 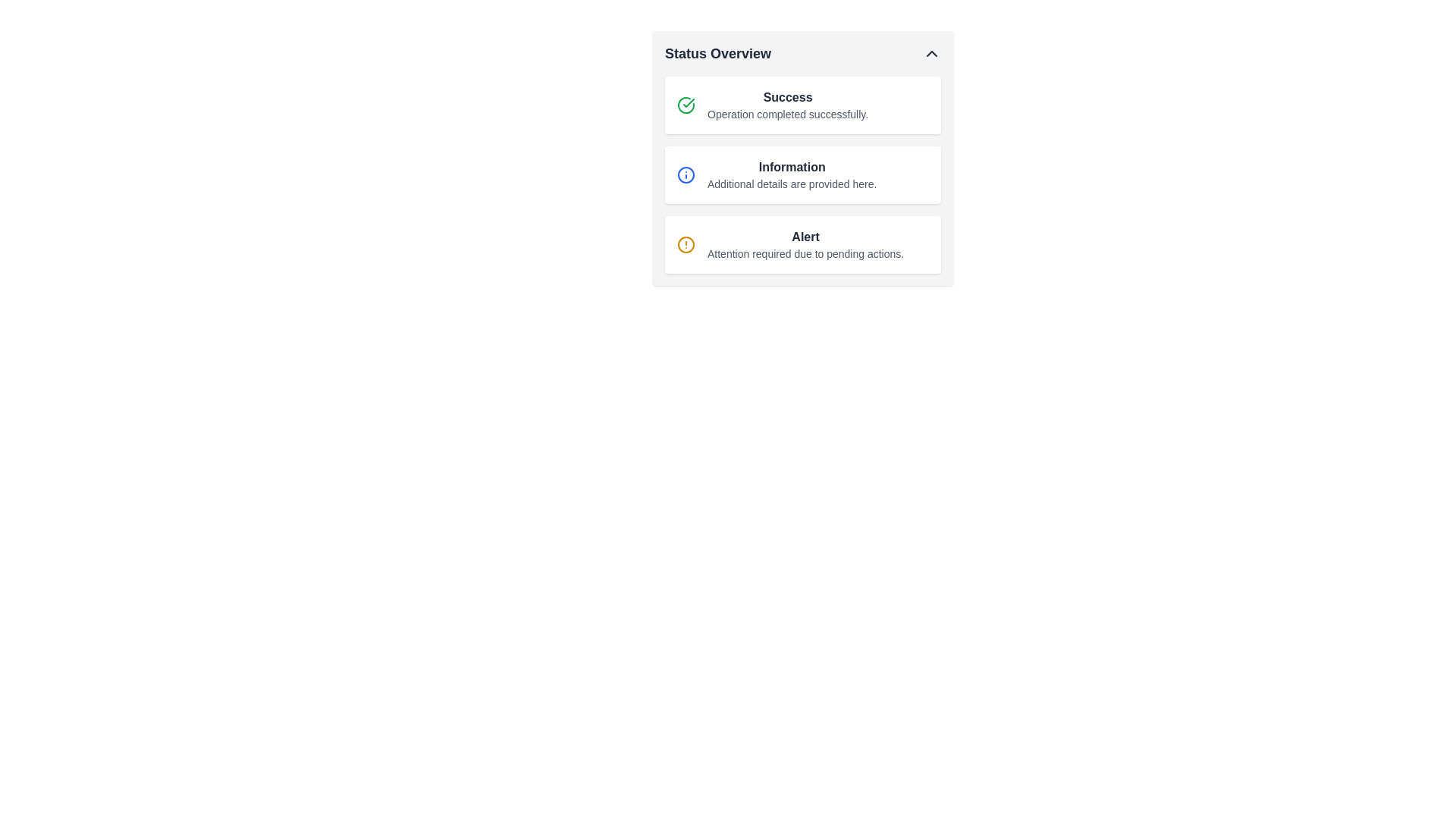 What do you see at coordinates (686, 174) in the screenshot?
I see `the informational icon located to the left of the 'Information' label text in the second row of the status overview card` at bounding box center [686, 174].